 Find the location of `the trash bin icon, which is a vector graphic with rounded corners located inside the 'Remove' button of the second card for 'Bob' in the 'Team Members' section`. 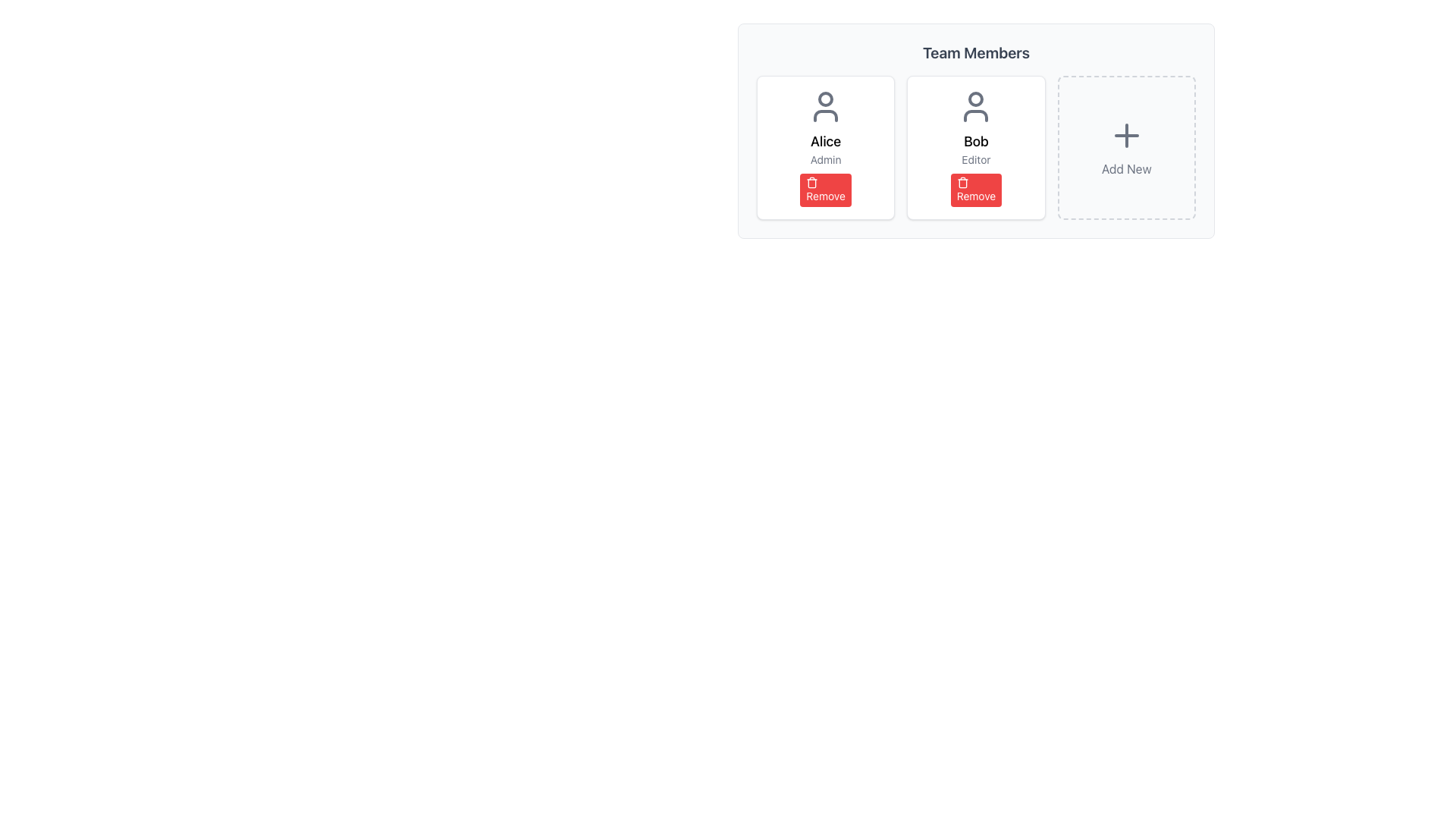

the trash bin icon, which is a vector graphic with rounded corners located inside the 'Remove' button of the second card for 'Bob' in the 'Team Members' section is located at coordinates (811, 183).